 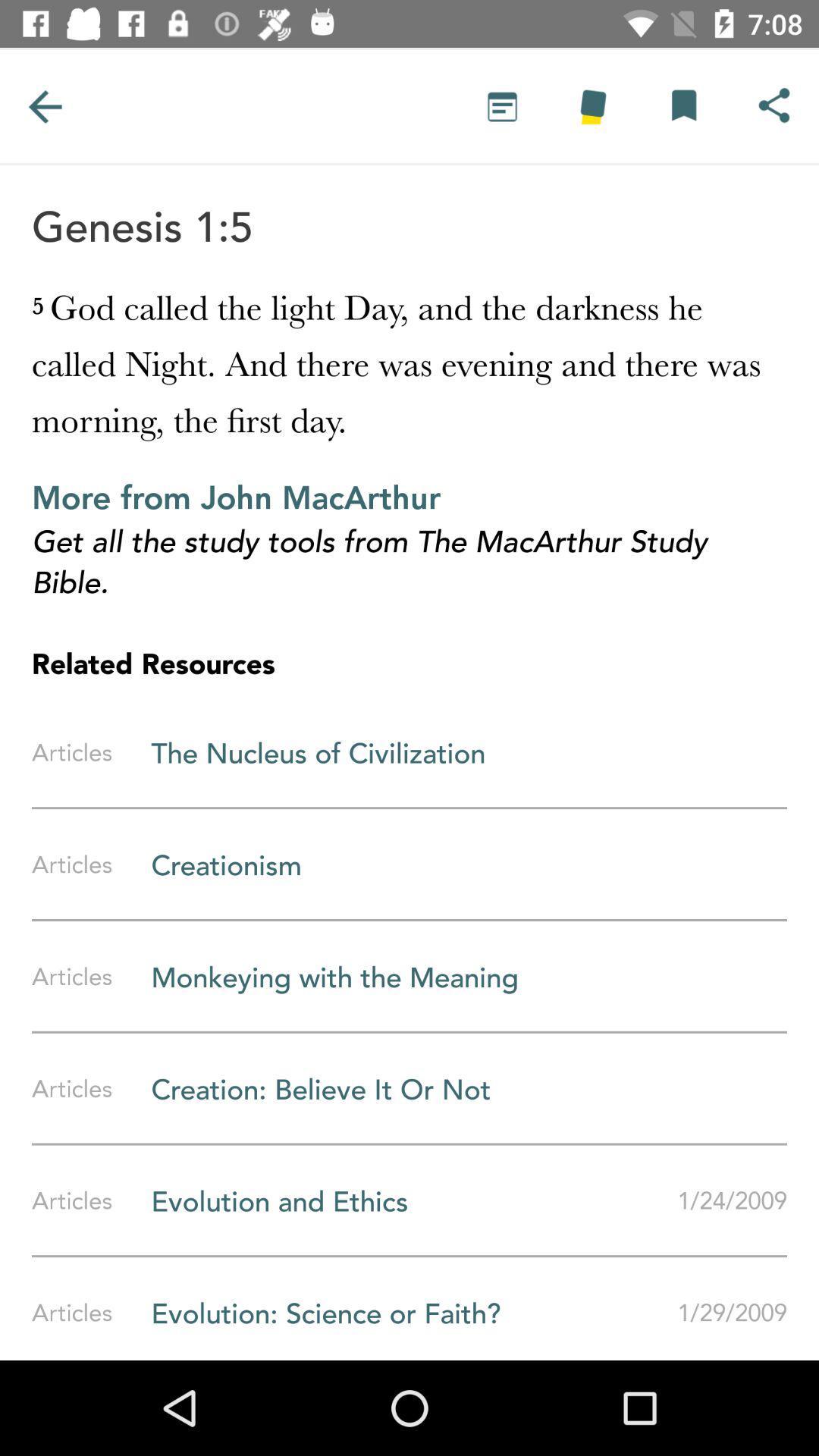 What do you see at coordinates (502, 105) in the screenshot?
I see `text option` at bounding box center [502, 105].